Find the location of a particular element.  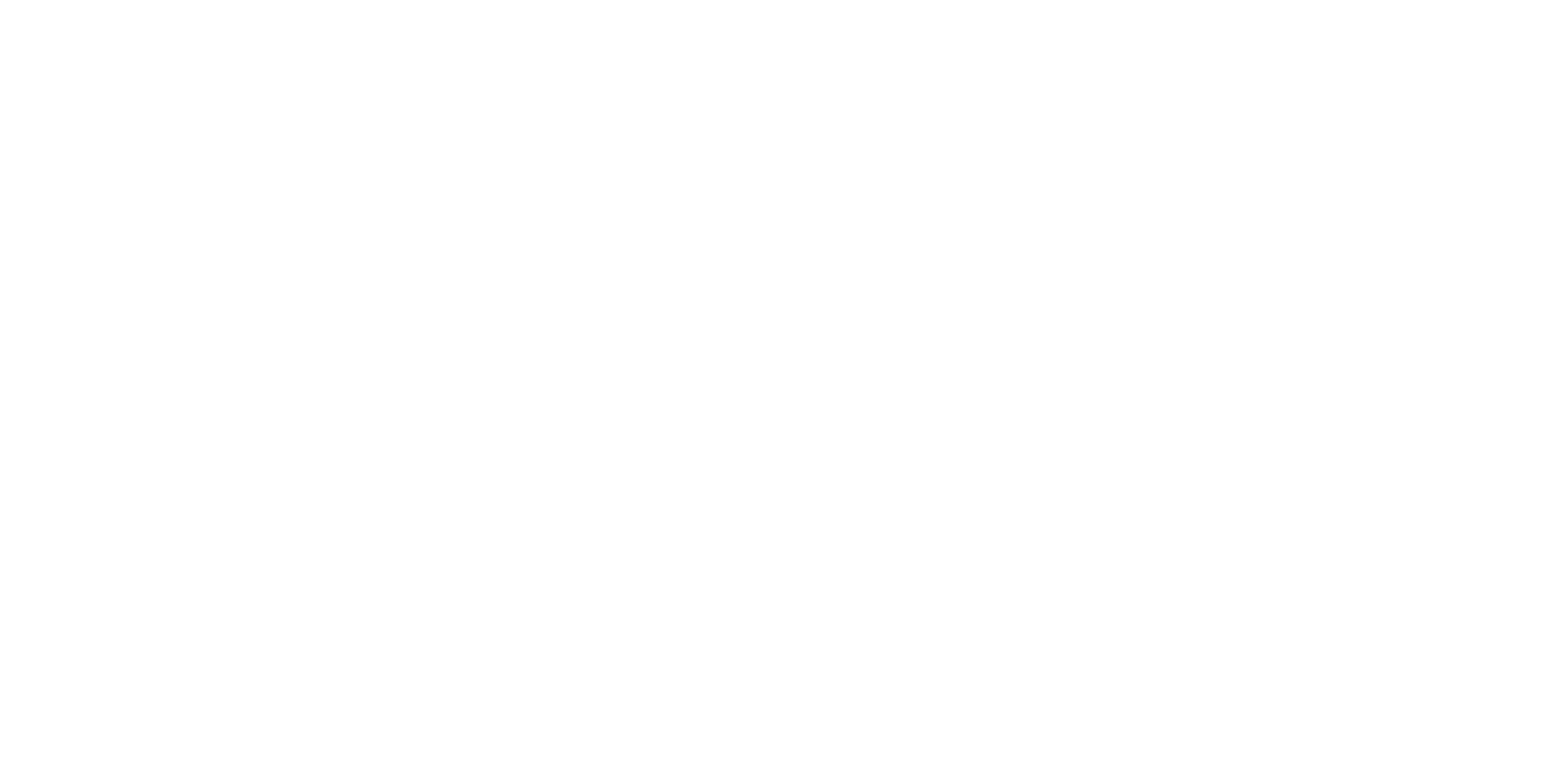

'IN VB6. MICROSOFT INTRODUCED a technology that used HTML templates in conjunction with an ASP page and a special type of VB6 dynamic link library (DLL) called a WebClass. Although the implementation had some serious problems. WebClasses clearly foreshadowed the direction that Microsoft has taken with .NET. WebClasses let you cleanly separate your code from the visual interface. Microsoft obviously learned a lot from the Web~lass experiment. Web forms are like WebClasses on steroids.' is located at coordinates (671, 501).